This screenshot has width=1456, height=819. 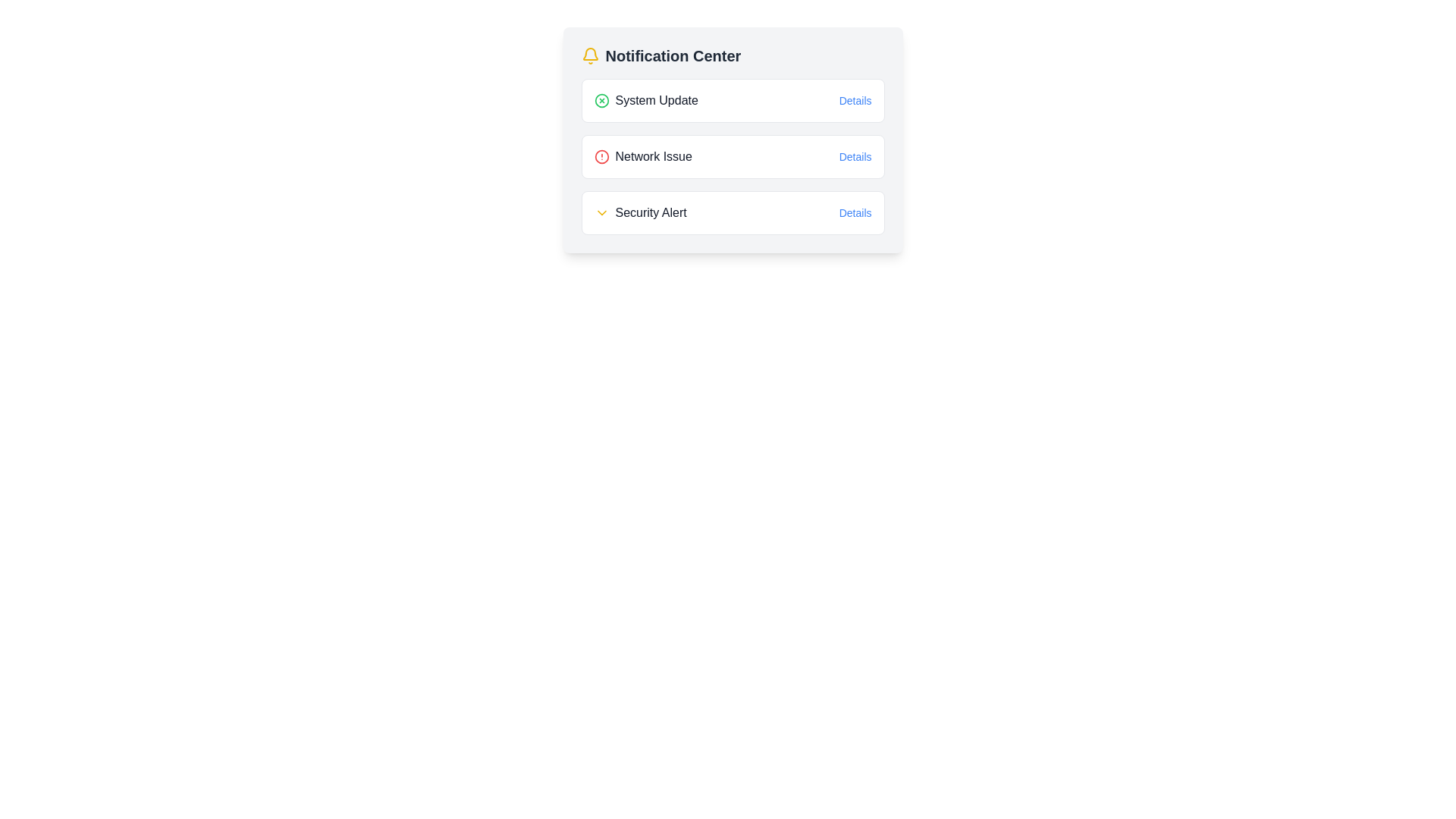 I want to click on the 'Details' text link associated with the 'System Update' notification, so click(x=855, y=100).